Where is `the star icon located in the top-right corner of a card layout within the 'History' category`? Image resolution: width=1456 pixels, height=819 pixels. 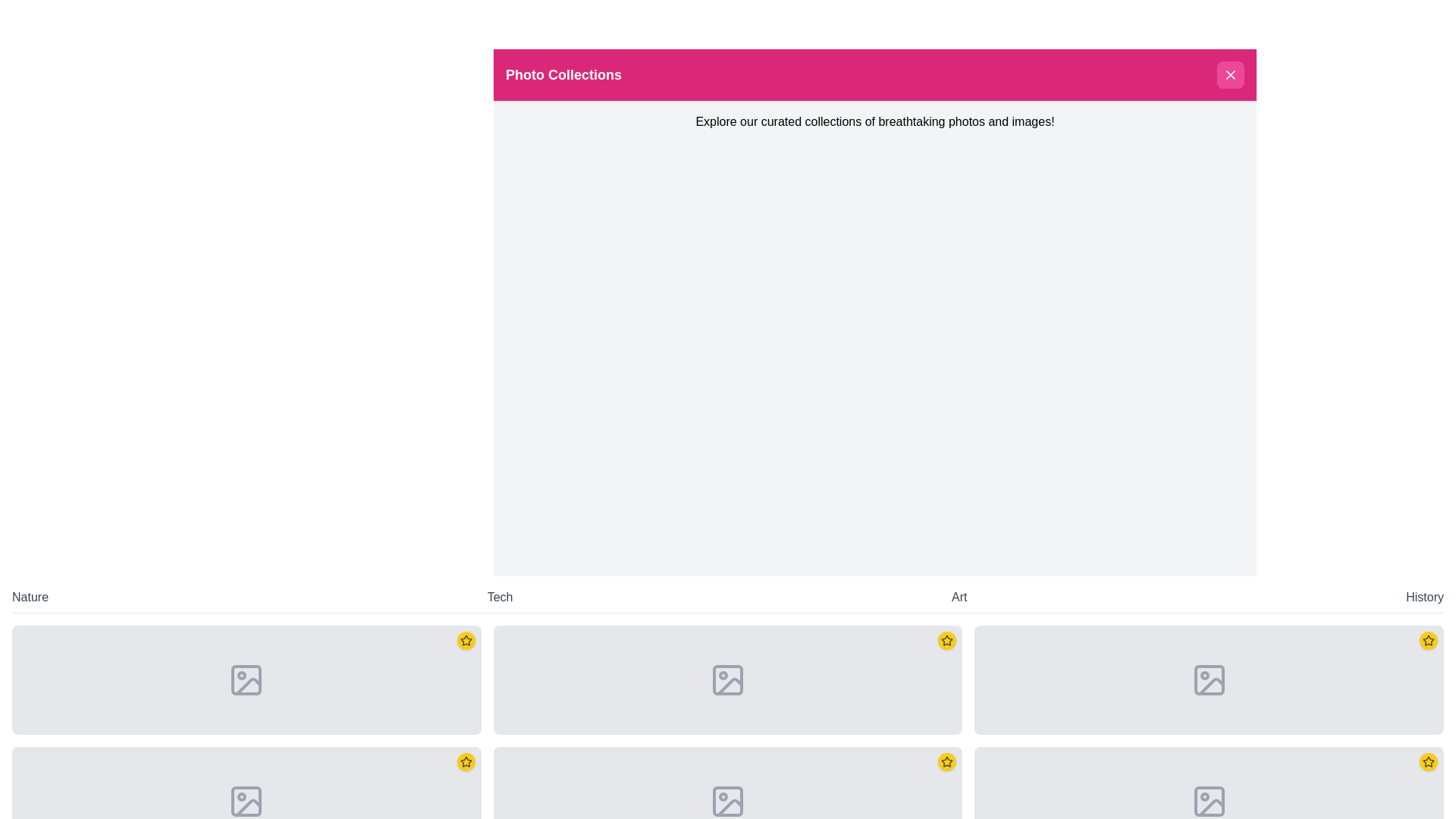
the star icon located in the top-right corner of a card layout within the 'History' category is located at coordinates (1427, 640).